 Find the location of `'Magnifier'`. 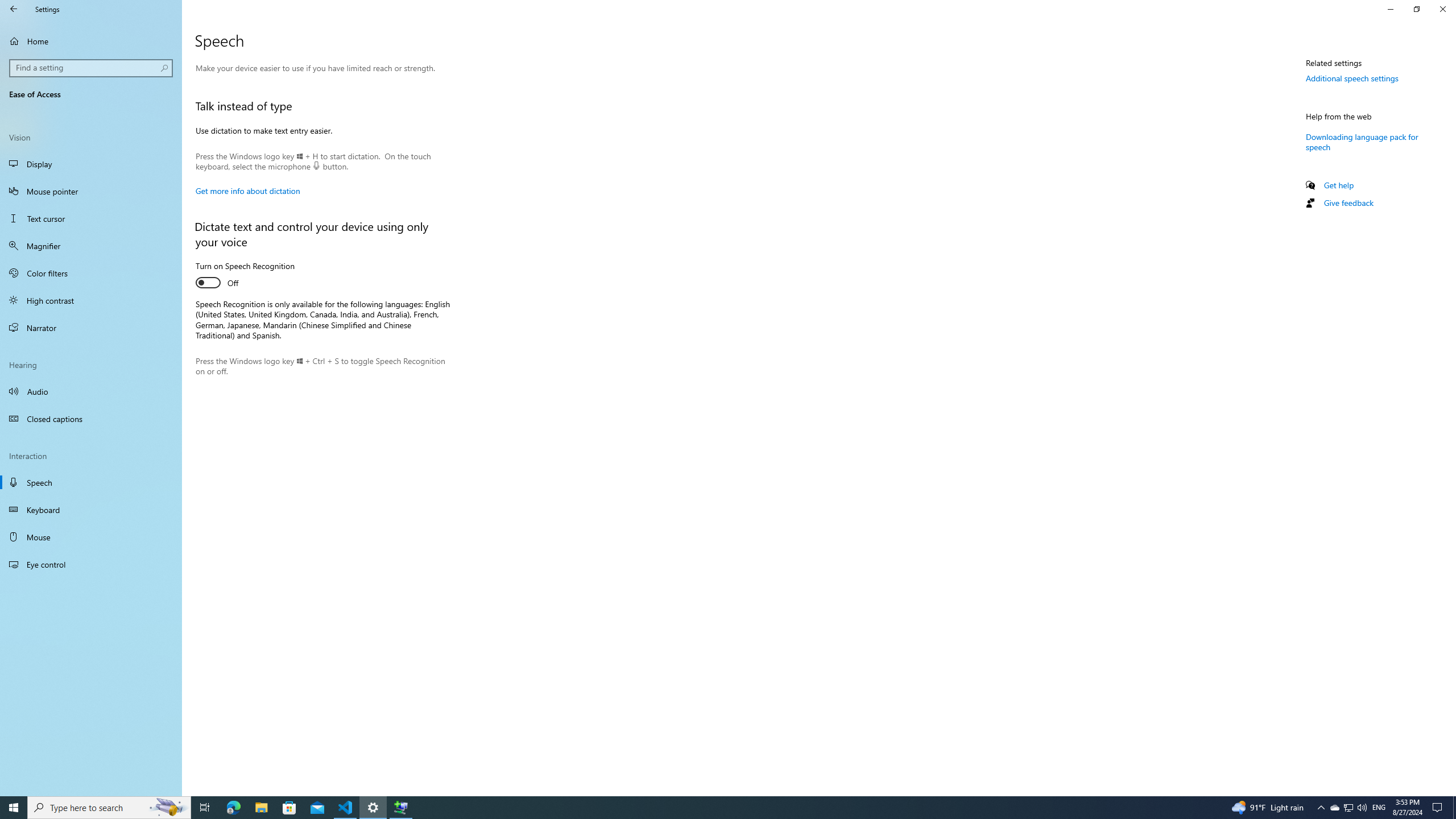

'Magnifier' is located at coordinates (90, 246).